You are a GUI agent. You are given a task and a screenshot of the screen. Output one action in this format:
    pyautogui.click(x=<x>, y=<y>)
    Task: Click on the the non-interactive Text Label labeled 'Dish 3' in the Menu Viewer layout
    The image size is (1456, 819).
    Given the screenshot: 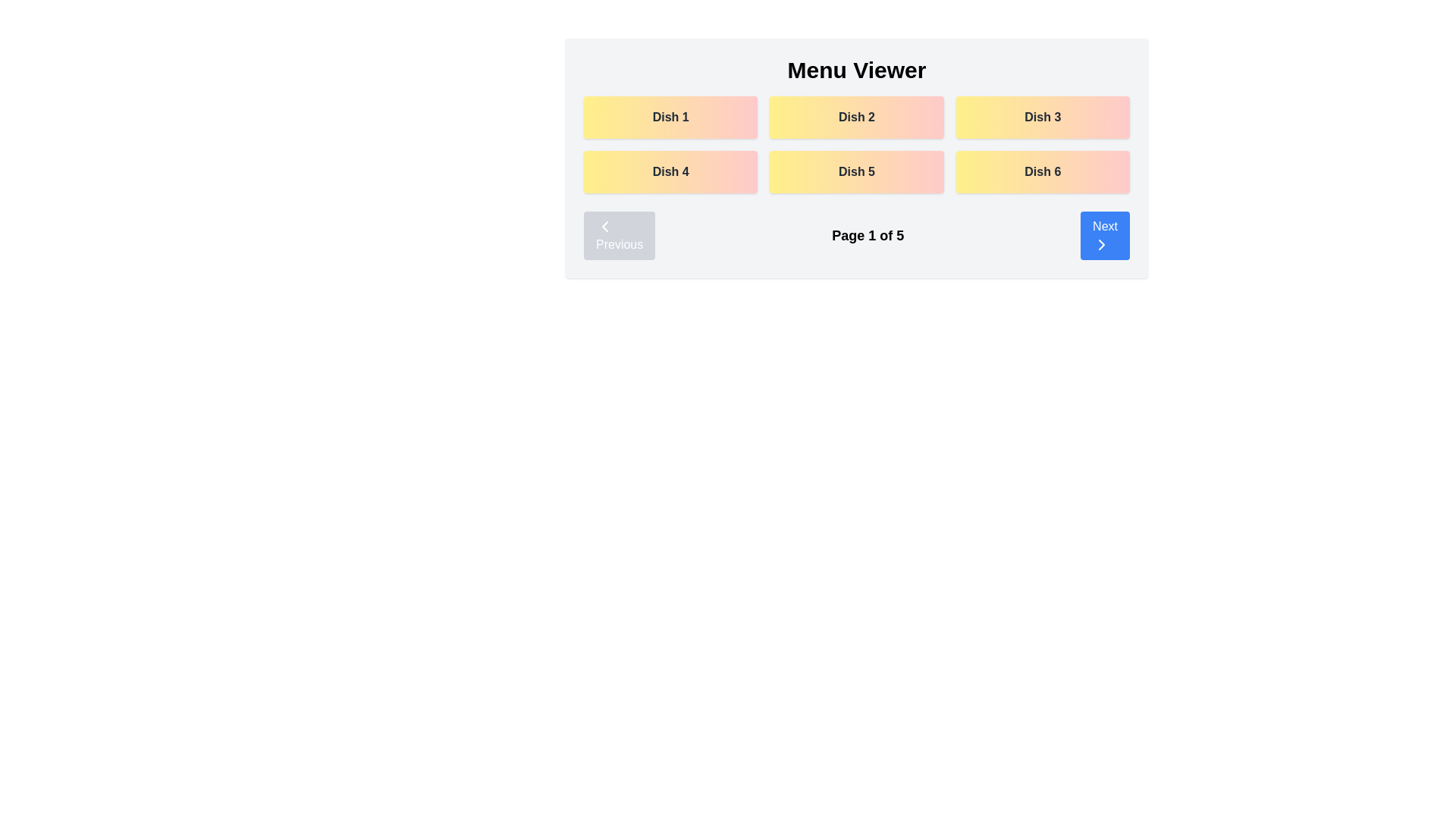 What is the action you would take?
    pyautogui.click(x=1042, y=116)
    